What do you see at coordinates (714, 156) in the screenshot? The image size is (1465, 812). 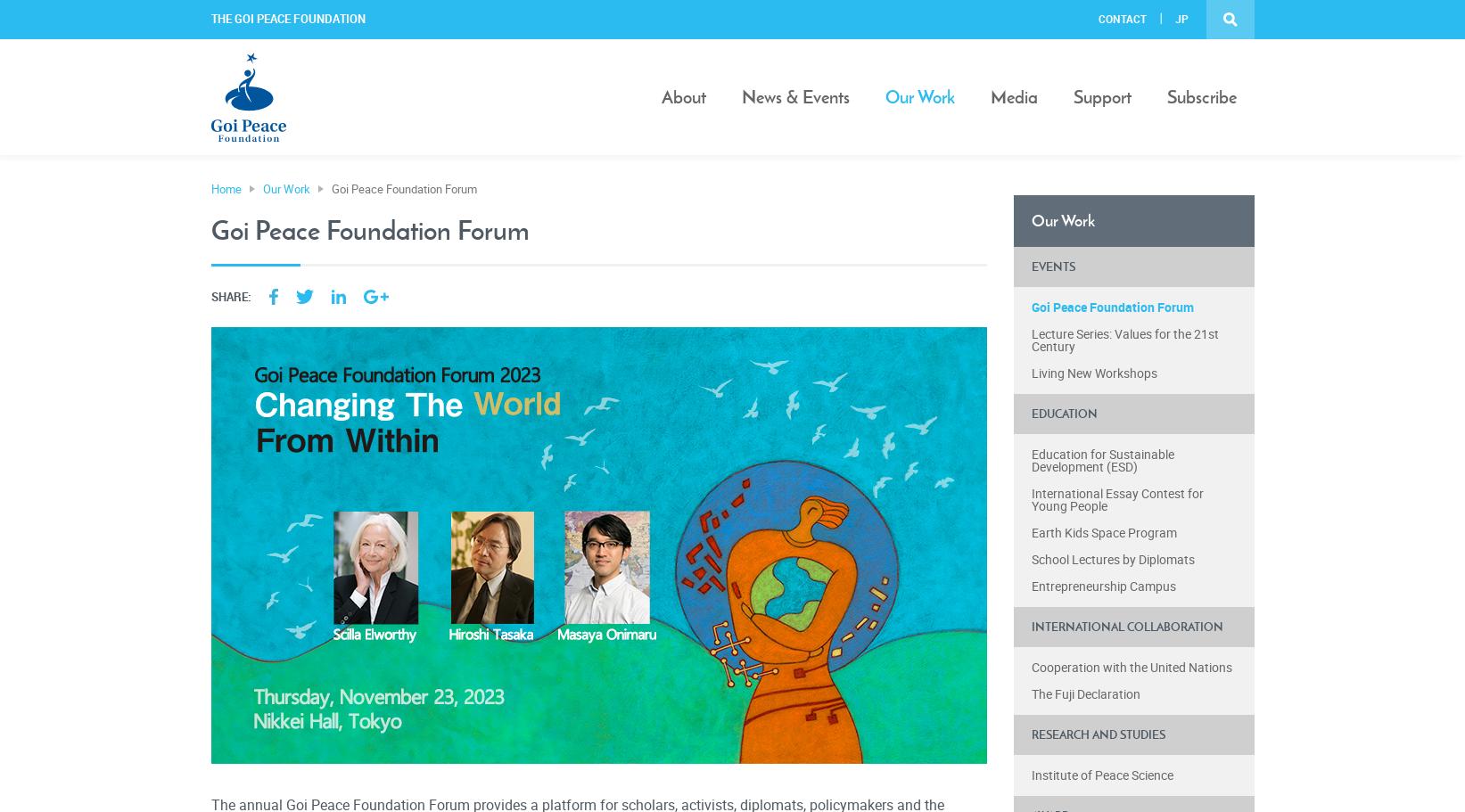 I see `'Foundation Profile'` at bounding box center [714, 156].